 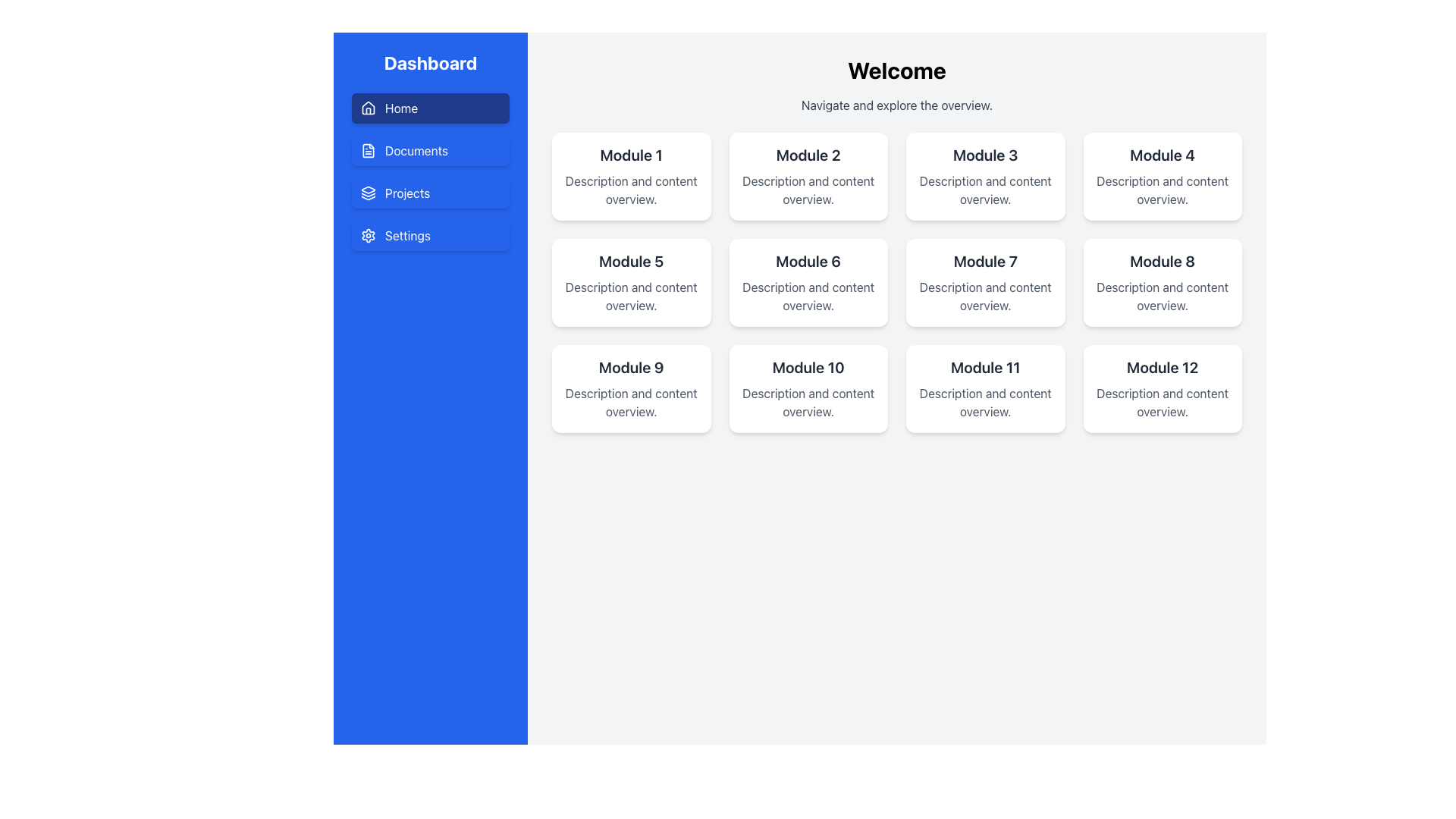 What do you see at coordinates (368, 107) in the screenshot?
I see `the house icon in the navigation sidebar, which represents the 'Home' link and is located above the text 'Home'` at bounding box center [368, 107].